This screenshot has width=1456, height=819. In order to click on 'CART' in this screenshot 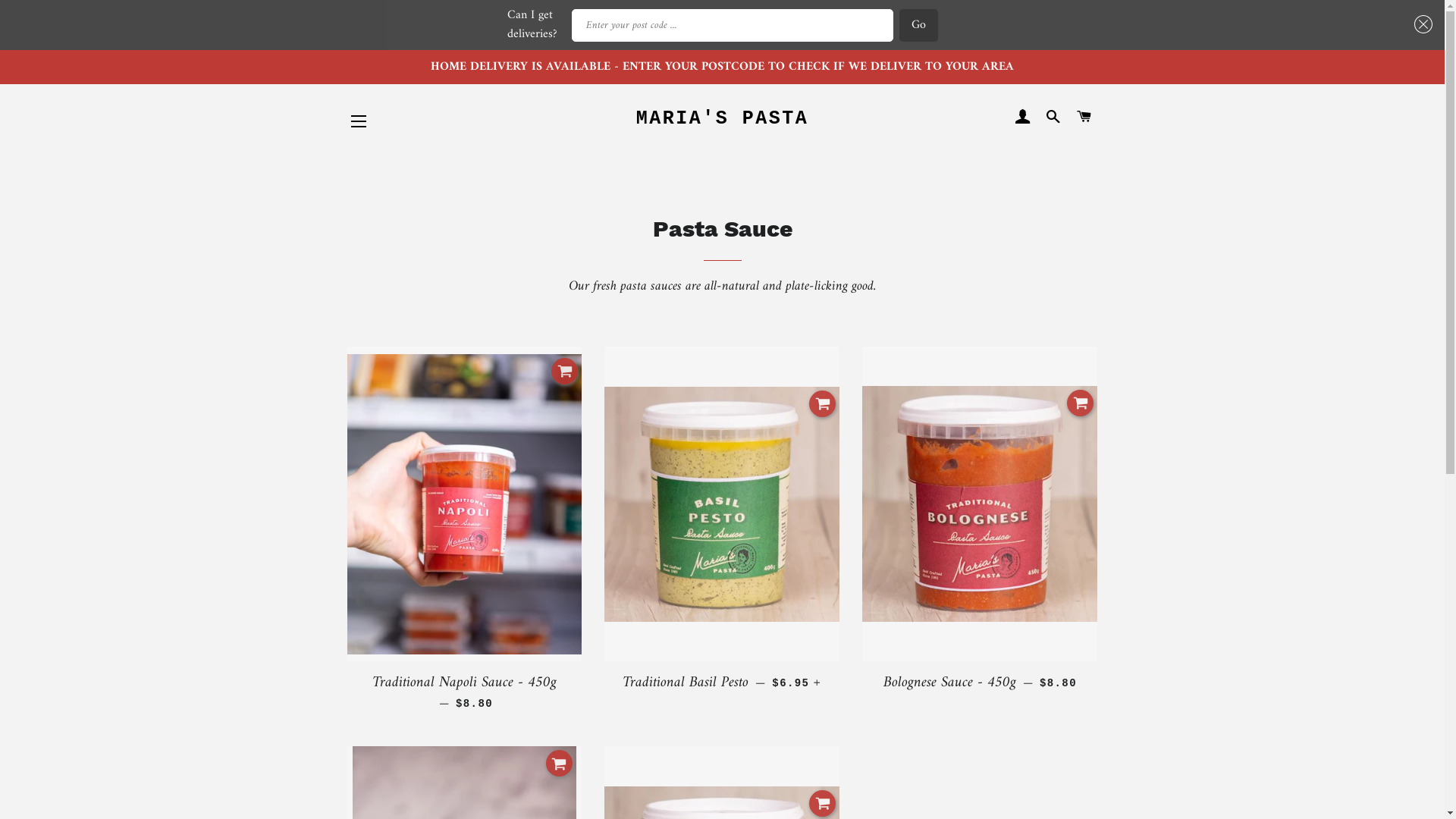, I will do `click(1083, 117)`.